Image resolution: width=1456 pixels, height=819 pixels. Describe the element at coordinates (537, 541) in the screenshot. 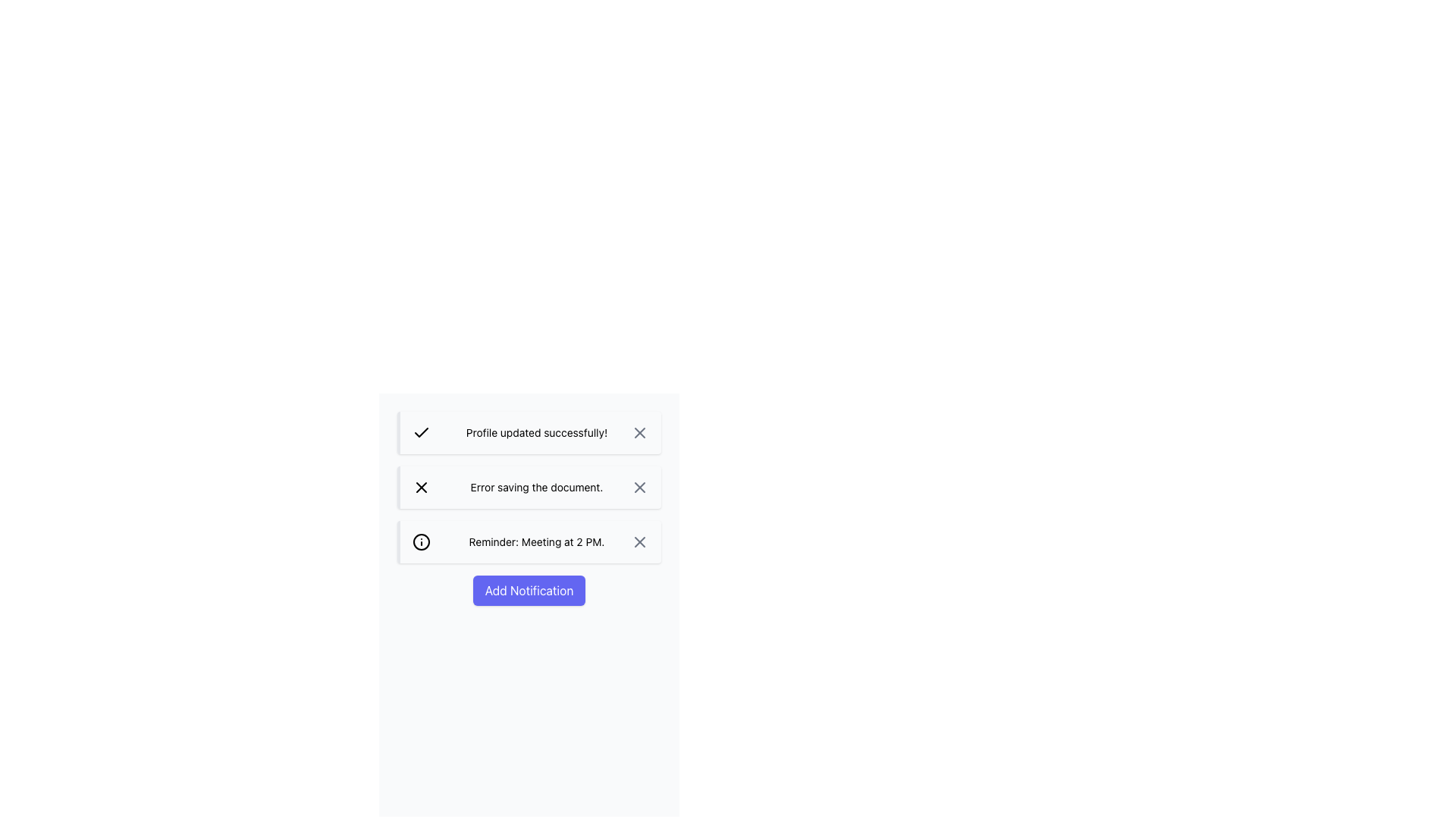

I see `the text display that shows 'Reminder: Meeting at 2 PM.' in the third notification card, positioned centrally between an icon and a close button` at that location.